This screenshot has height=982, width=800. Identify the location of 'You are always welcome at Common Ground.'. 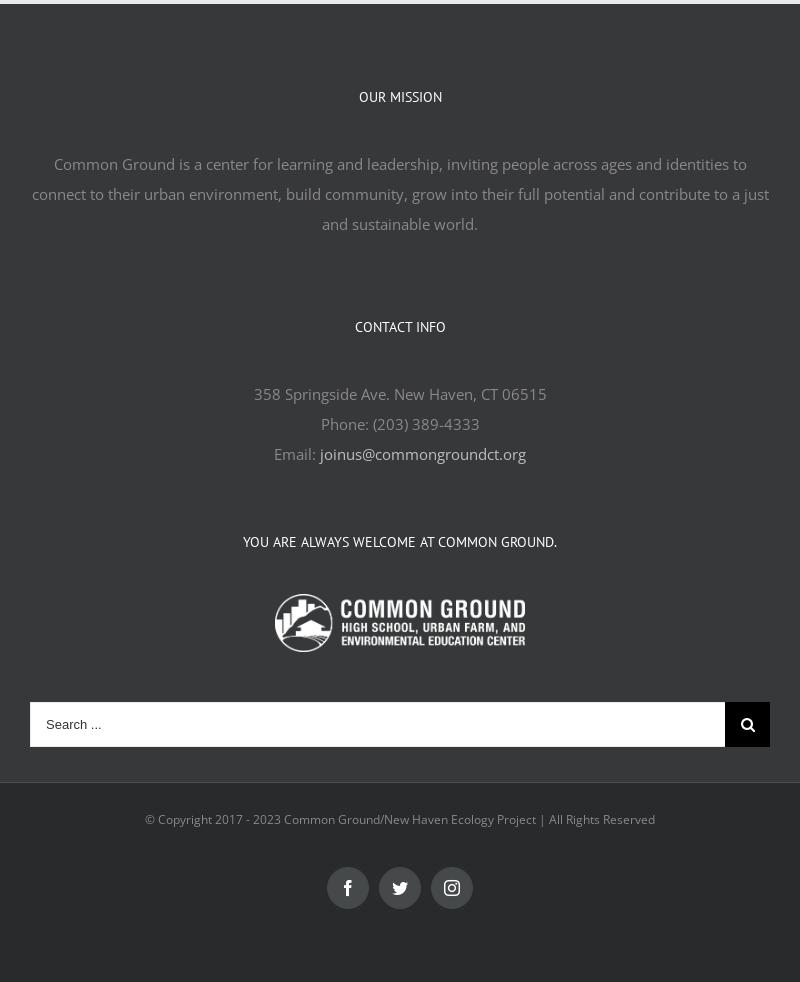
(400, 540).